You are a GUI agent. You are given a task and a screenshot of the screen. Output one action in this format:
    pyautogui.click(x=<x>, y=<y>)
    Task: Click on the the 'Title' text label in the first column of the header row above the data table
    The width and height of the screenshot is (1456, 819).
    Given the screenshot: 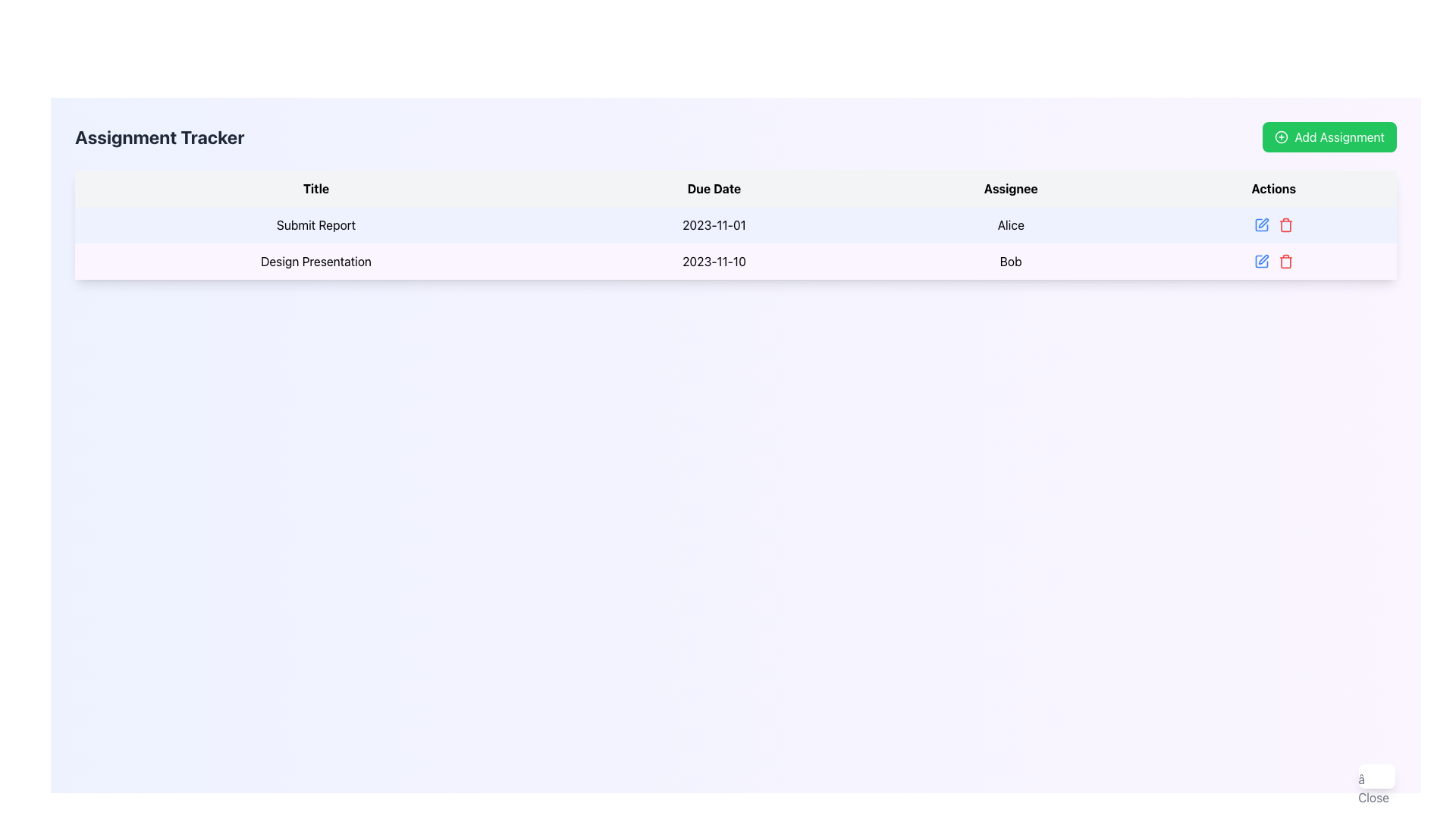 What is the action you would take?
    pyautogui.click(x=315, y=188)
    